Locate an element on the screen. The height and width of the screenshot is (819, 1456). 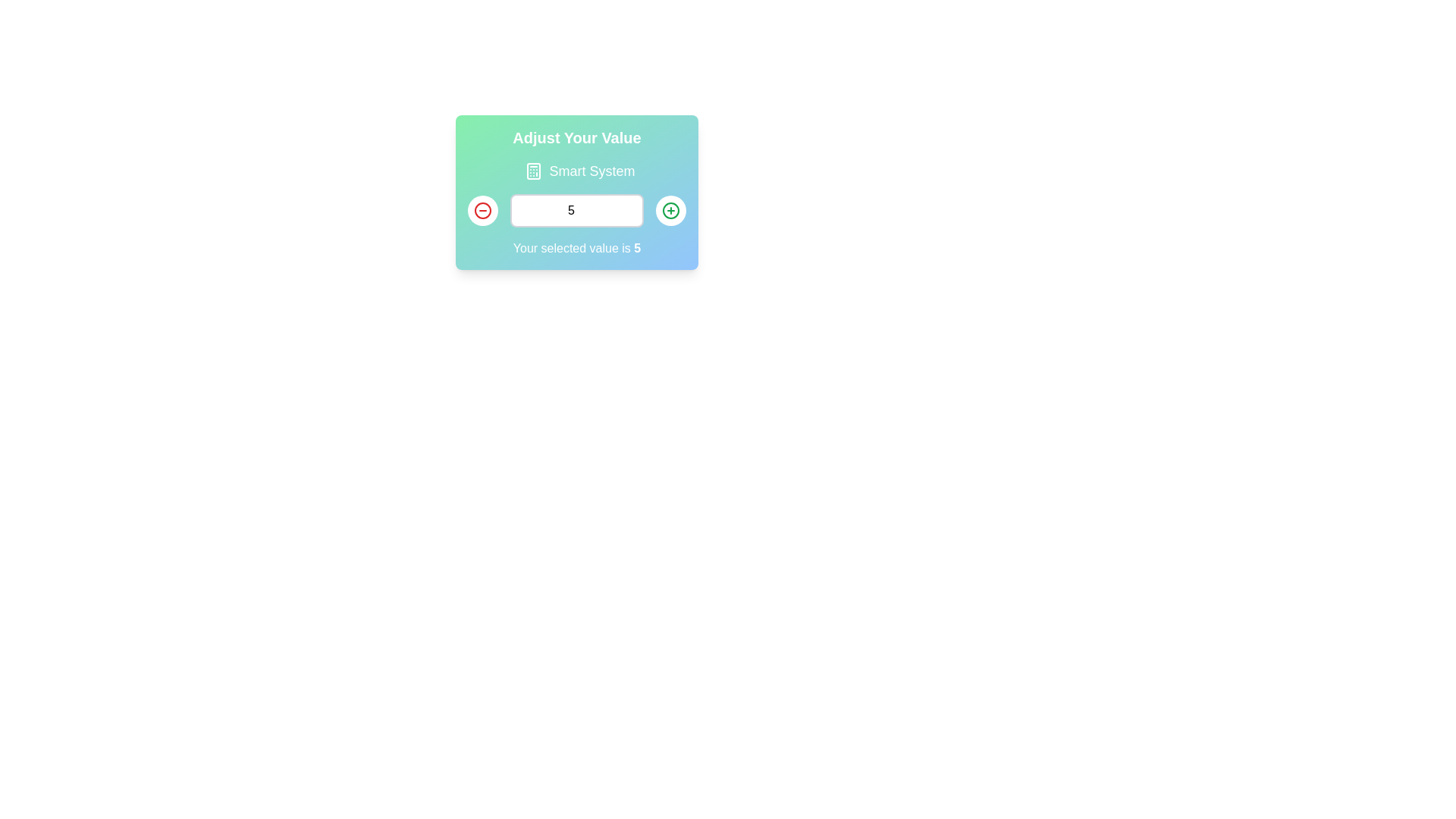
the rectangular display component of the calculator icon, which serves as the interactive display area is located at coordinates (534, 171).